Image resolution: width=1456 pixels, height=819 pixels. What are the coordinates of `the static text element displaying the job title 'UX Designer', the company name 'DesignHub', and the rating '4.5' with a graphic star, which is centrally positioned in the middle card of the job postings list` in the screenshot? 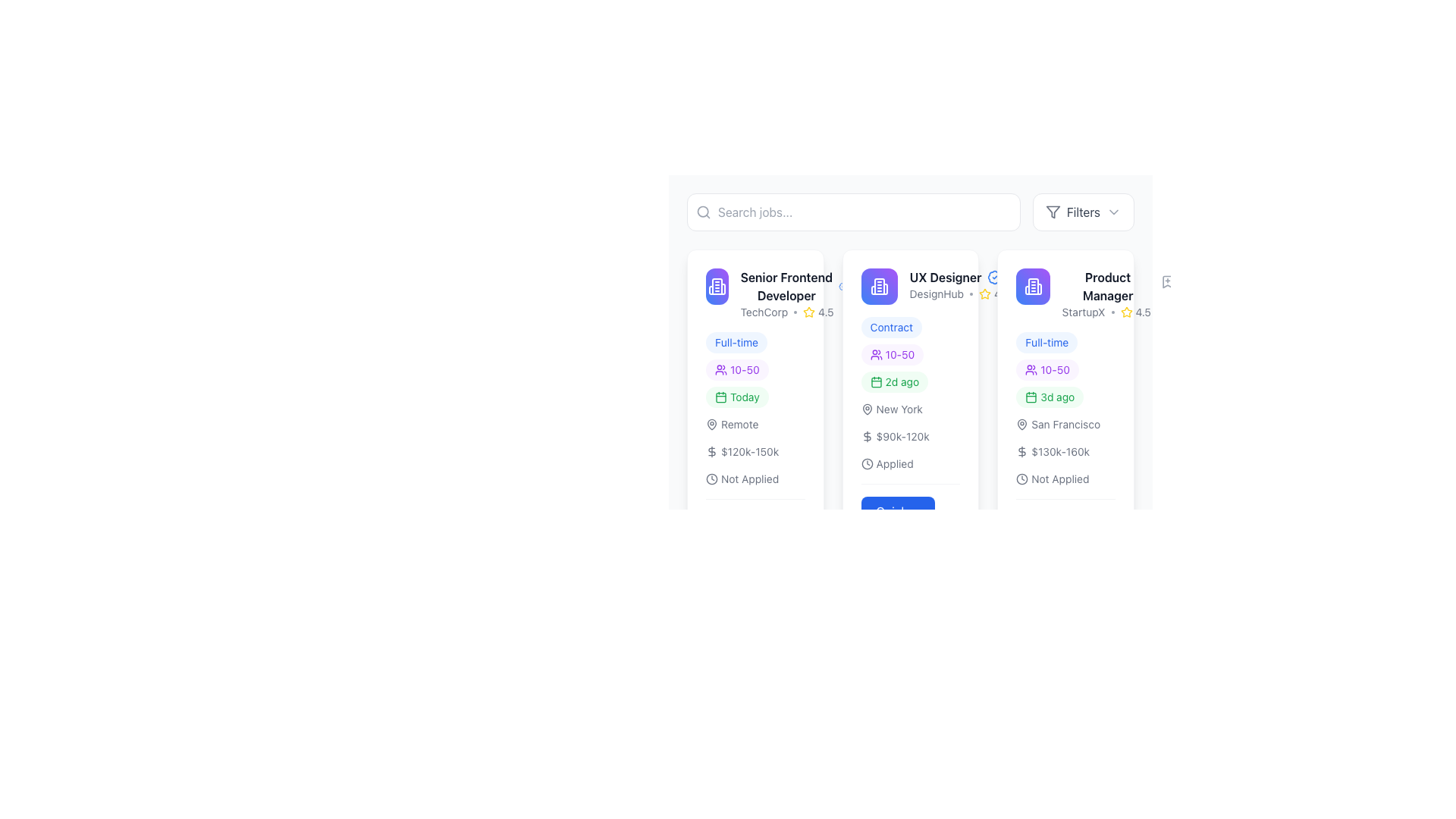 It's located at (959, 284).